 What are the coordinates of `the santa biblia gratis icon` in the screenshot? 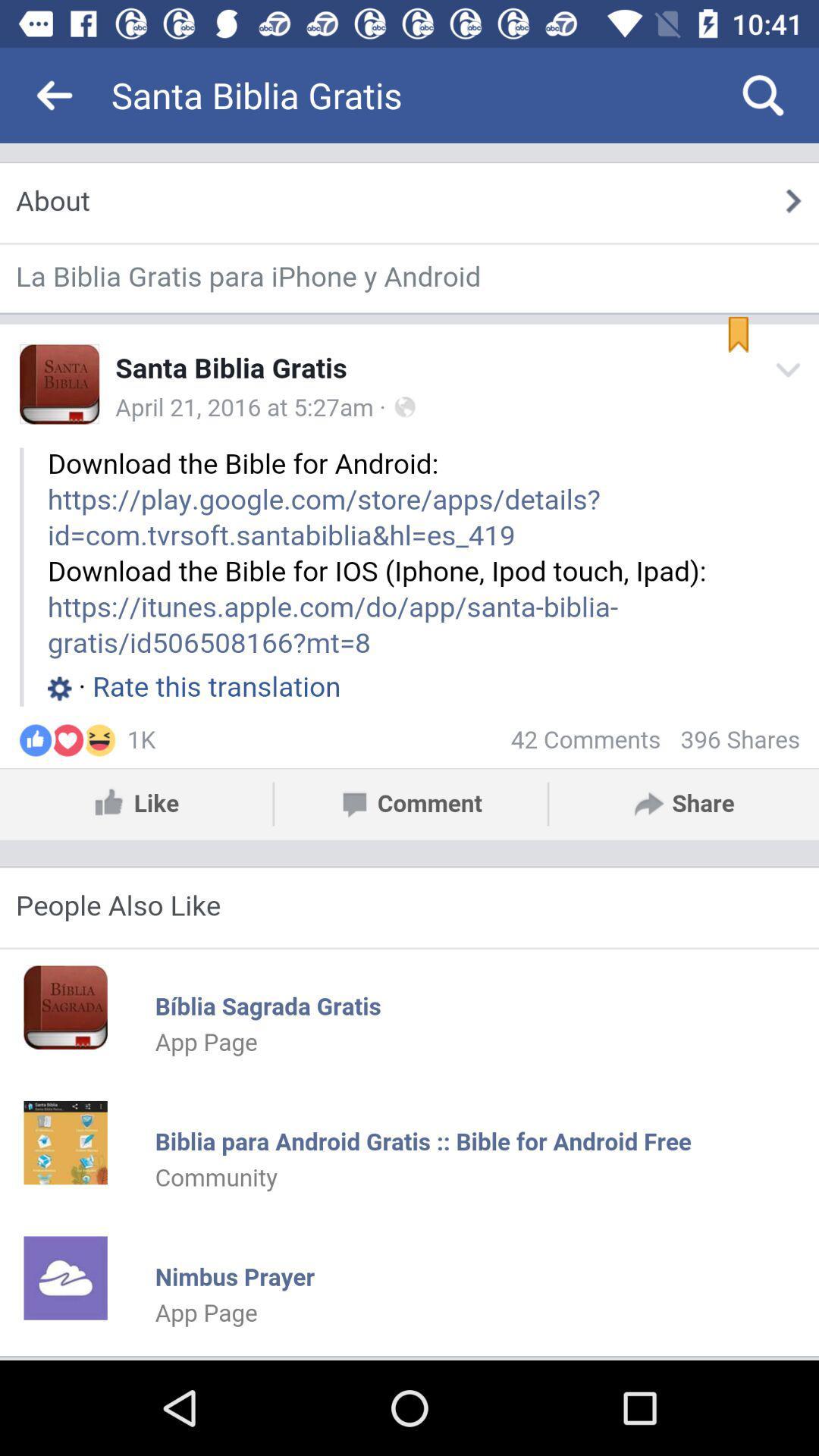 It's located at (393, 94).